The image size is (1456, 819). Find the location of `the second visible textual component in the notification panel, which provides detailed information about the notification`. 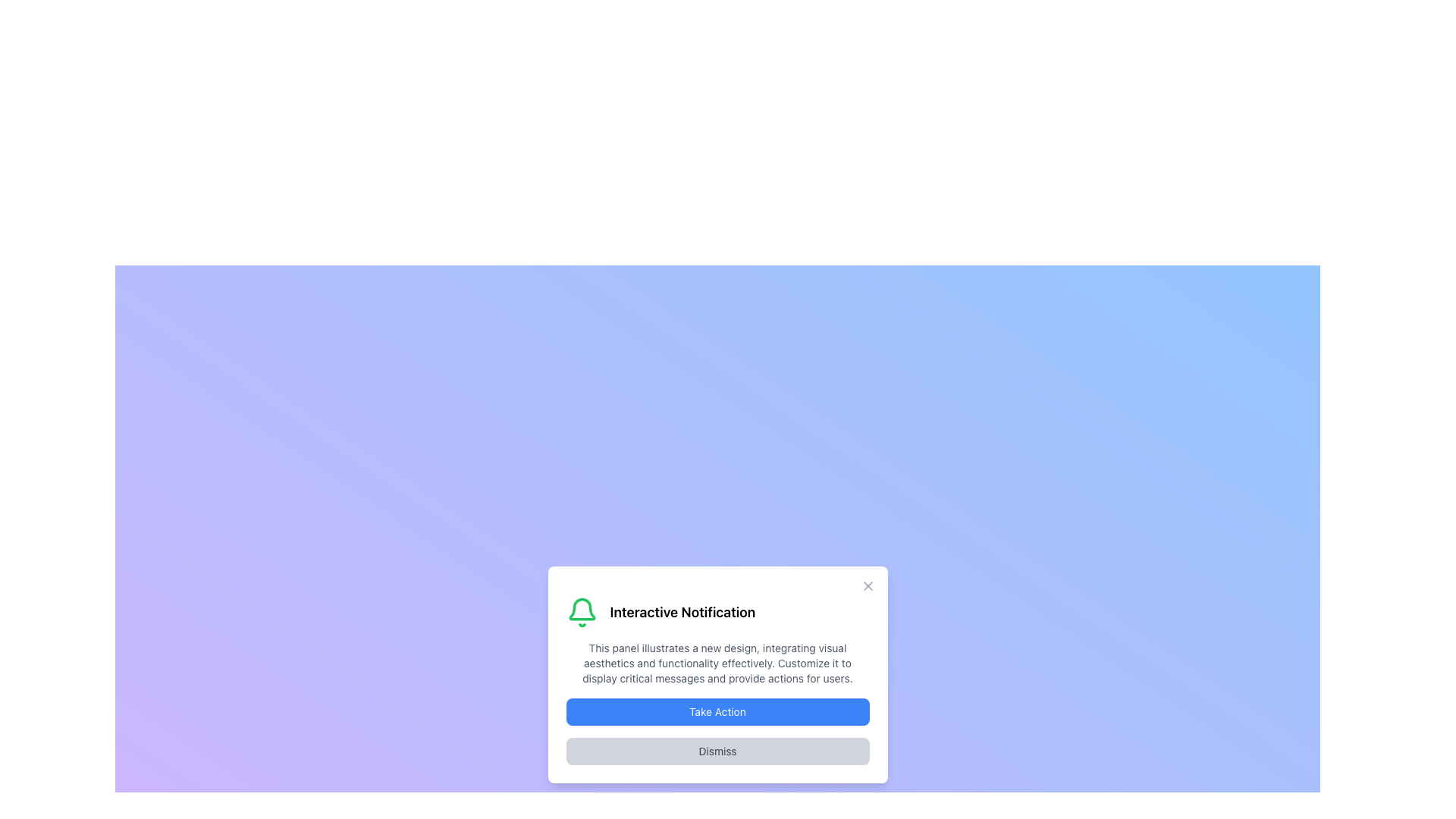

the second visible textual component in the notification panel, which provides detailed information about the notification is located at coordinates (717, 663).